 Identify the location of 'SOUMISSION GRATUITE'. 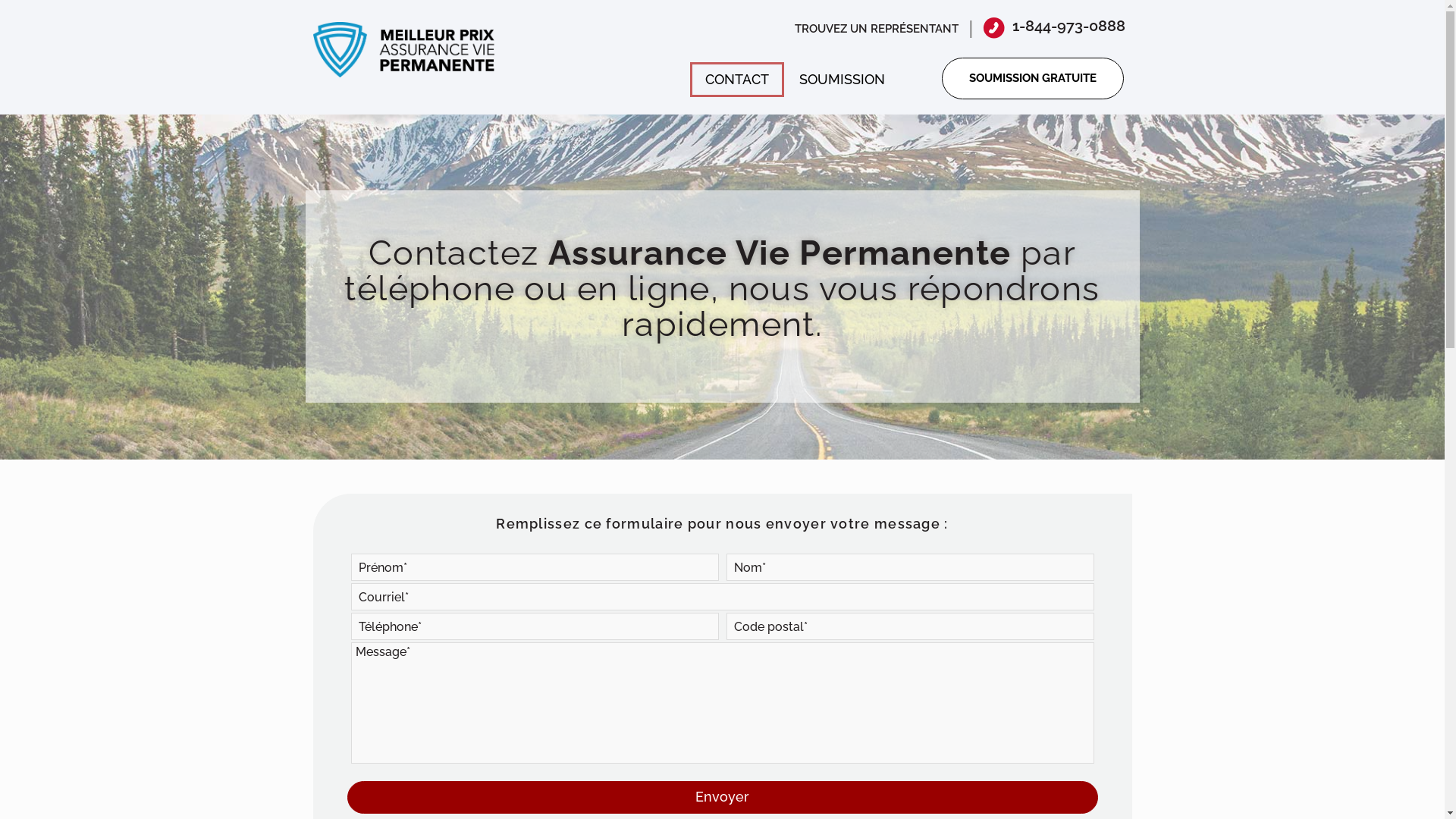
(1032, 78).